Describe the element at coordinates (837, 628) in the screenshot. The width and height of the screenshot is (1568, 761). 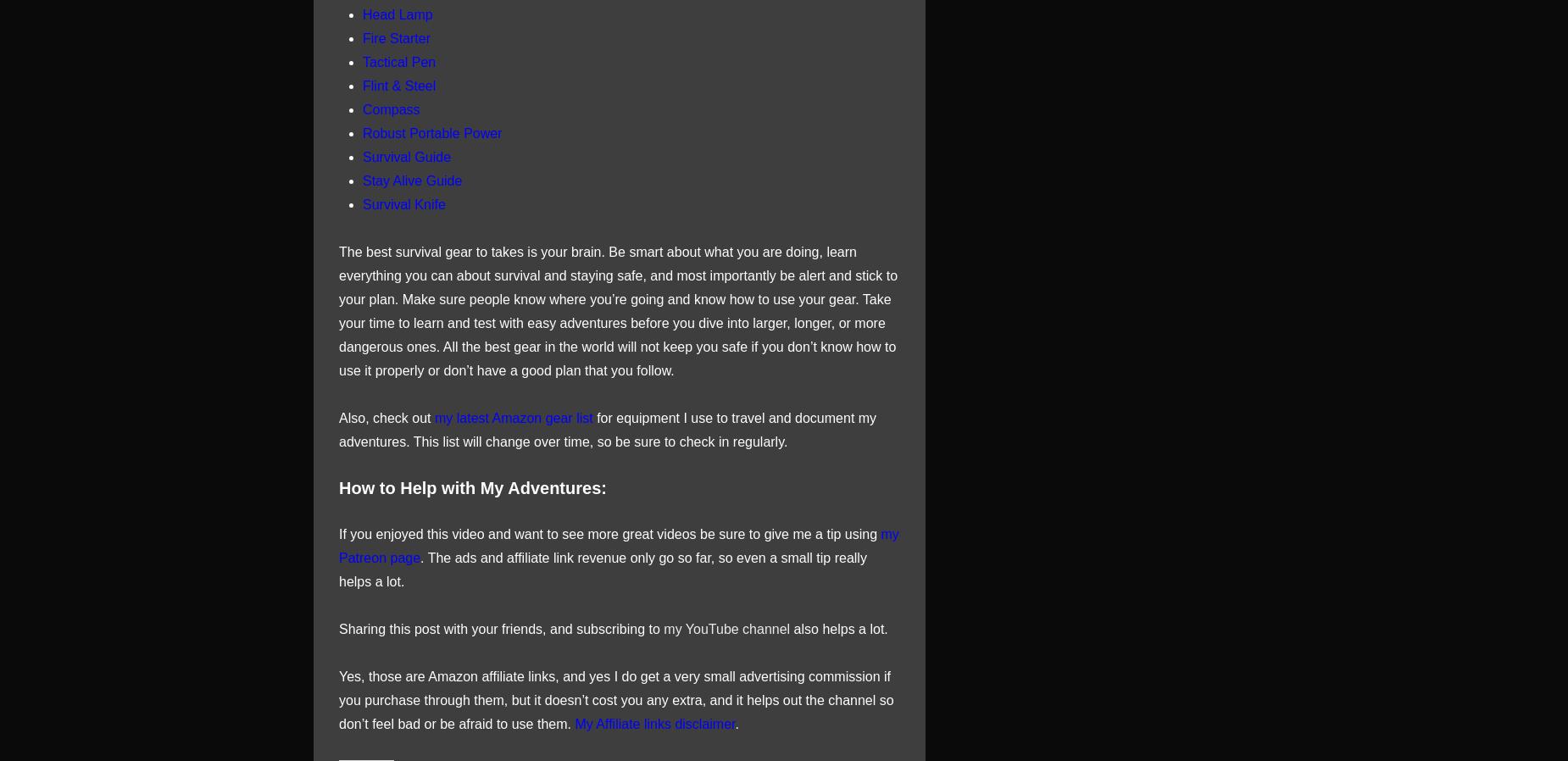
I see `'also helps a lot.'` at that location.